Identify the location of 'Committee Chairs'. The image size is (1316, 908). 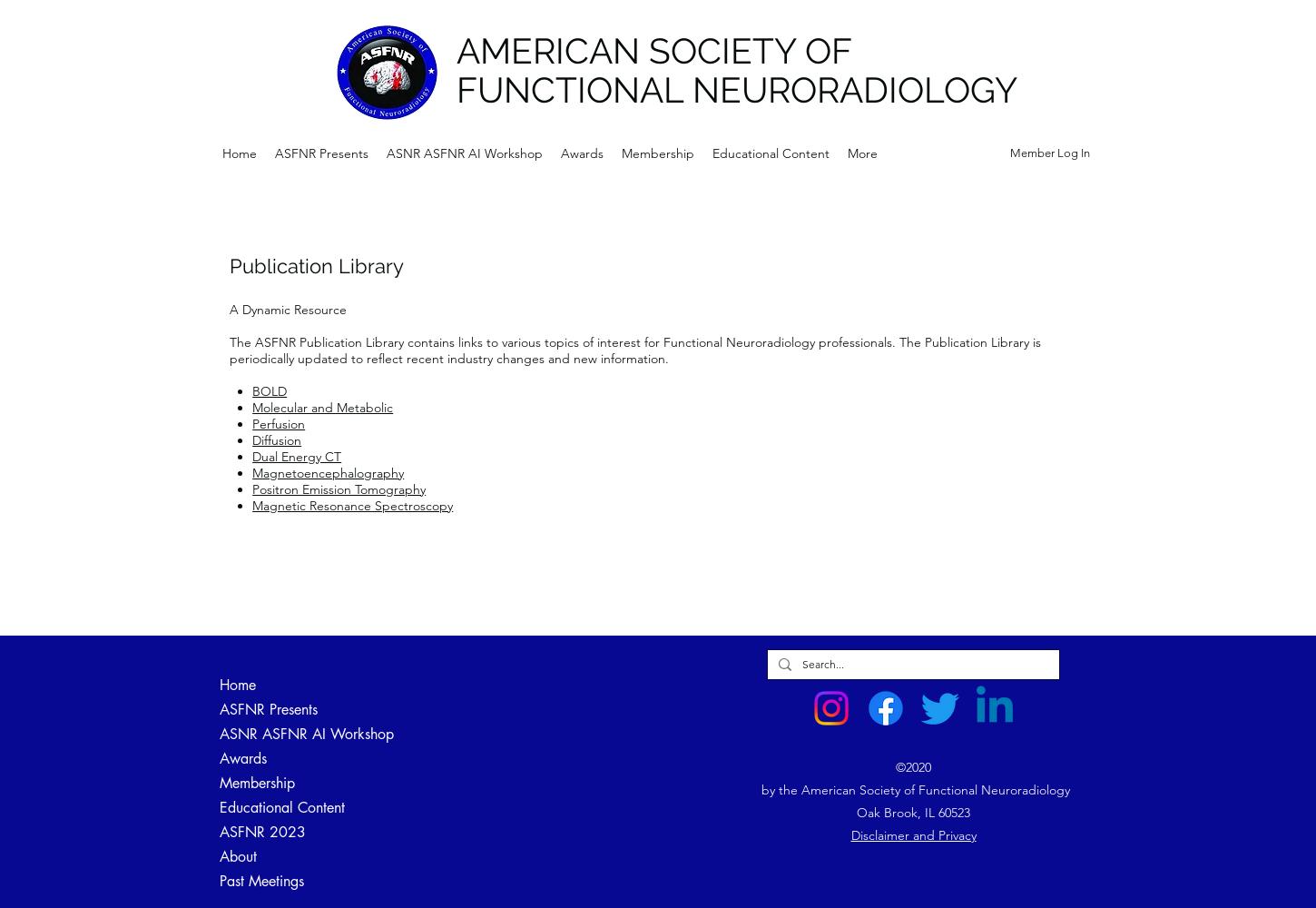
(527, 880).